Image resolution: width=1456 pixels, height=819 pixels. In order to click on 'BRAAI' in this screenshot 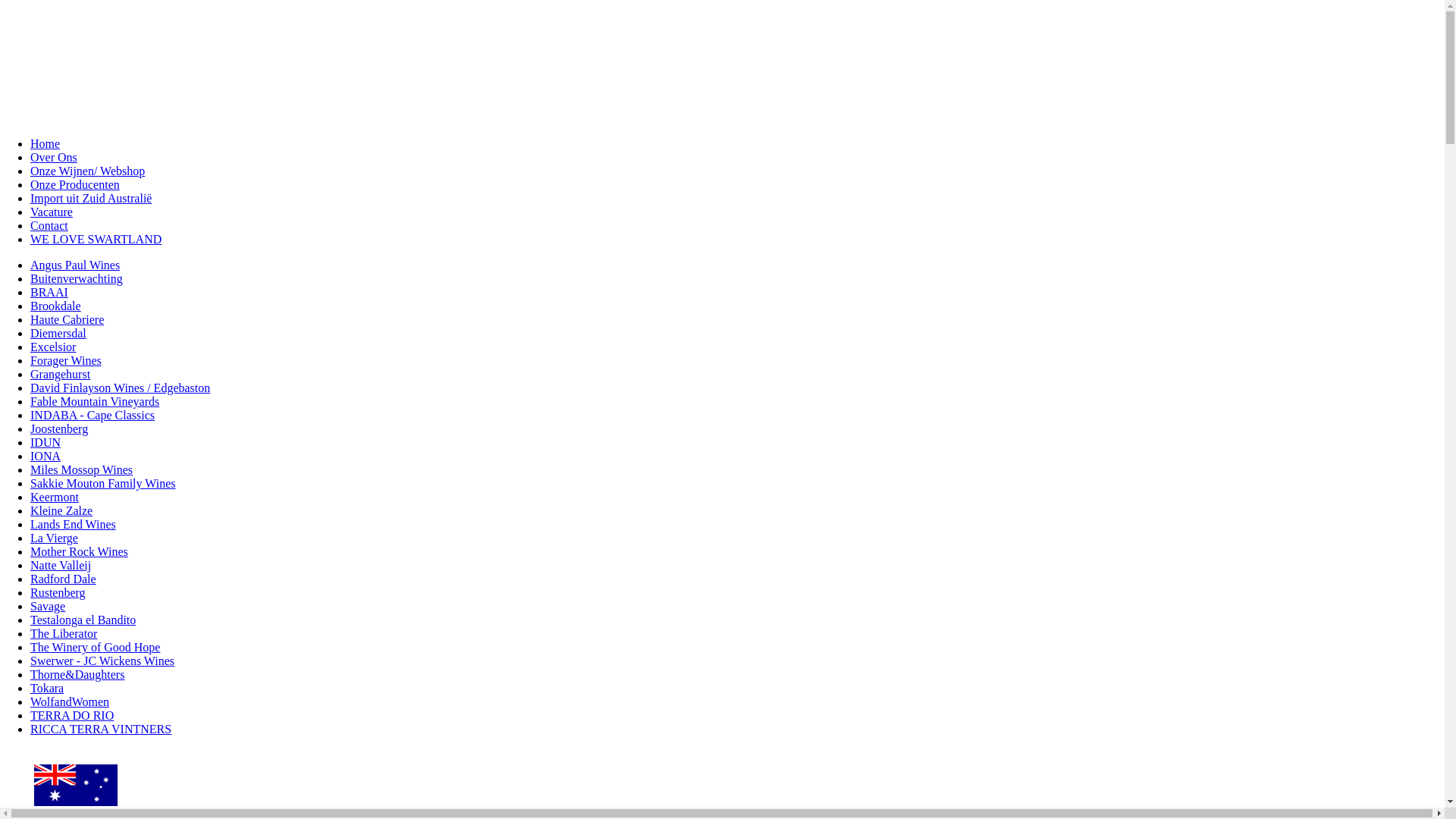, I will do `click(49, 292)`.